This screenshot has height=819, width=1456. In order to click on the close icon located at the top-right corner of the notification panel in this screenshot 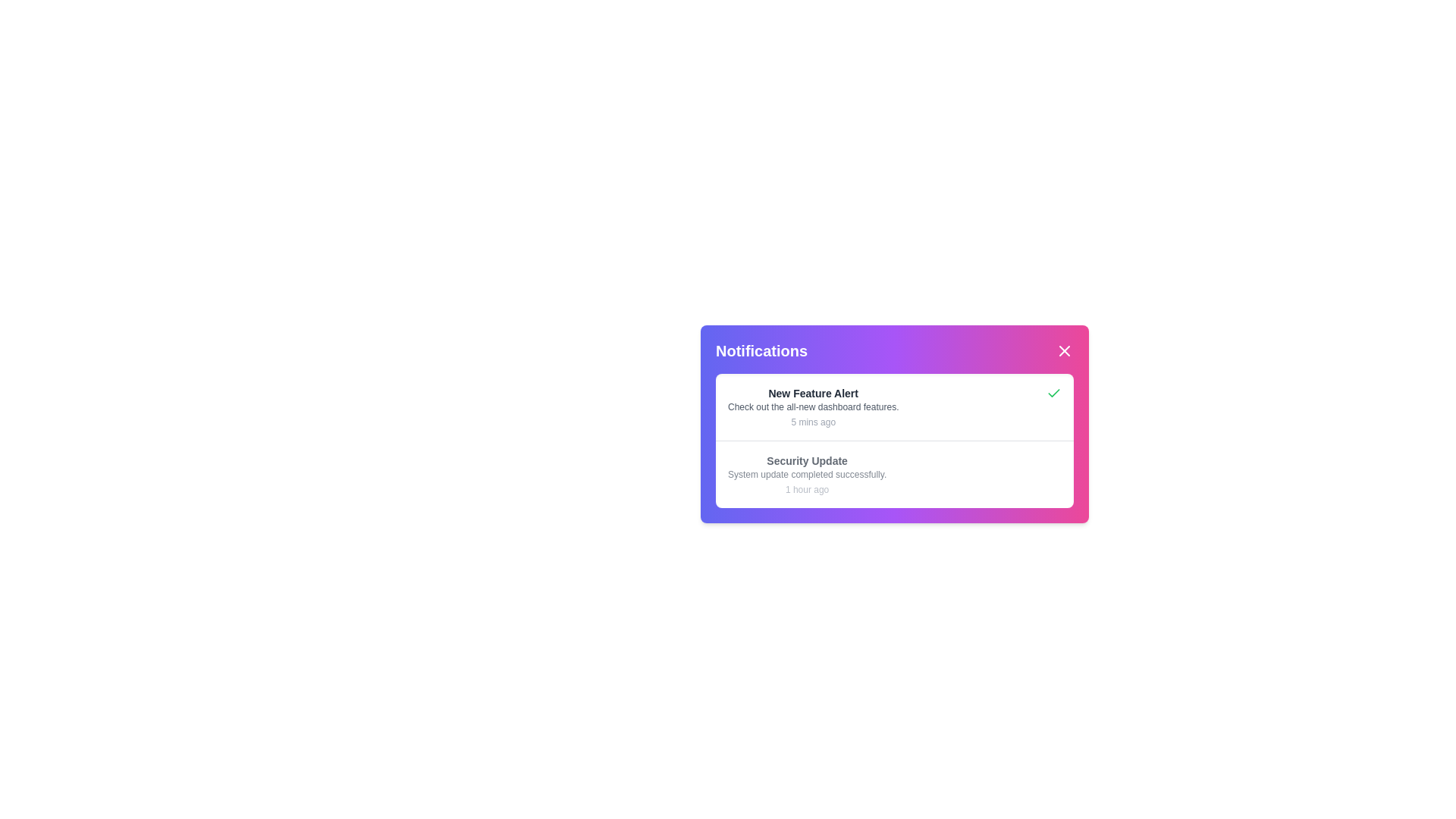, I will do `click(1063, 350)`.